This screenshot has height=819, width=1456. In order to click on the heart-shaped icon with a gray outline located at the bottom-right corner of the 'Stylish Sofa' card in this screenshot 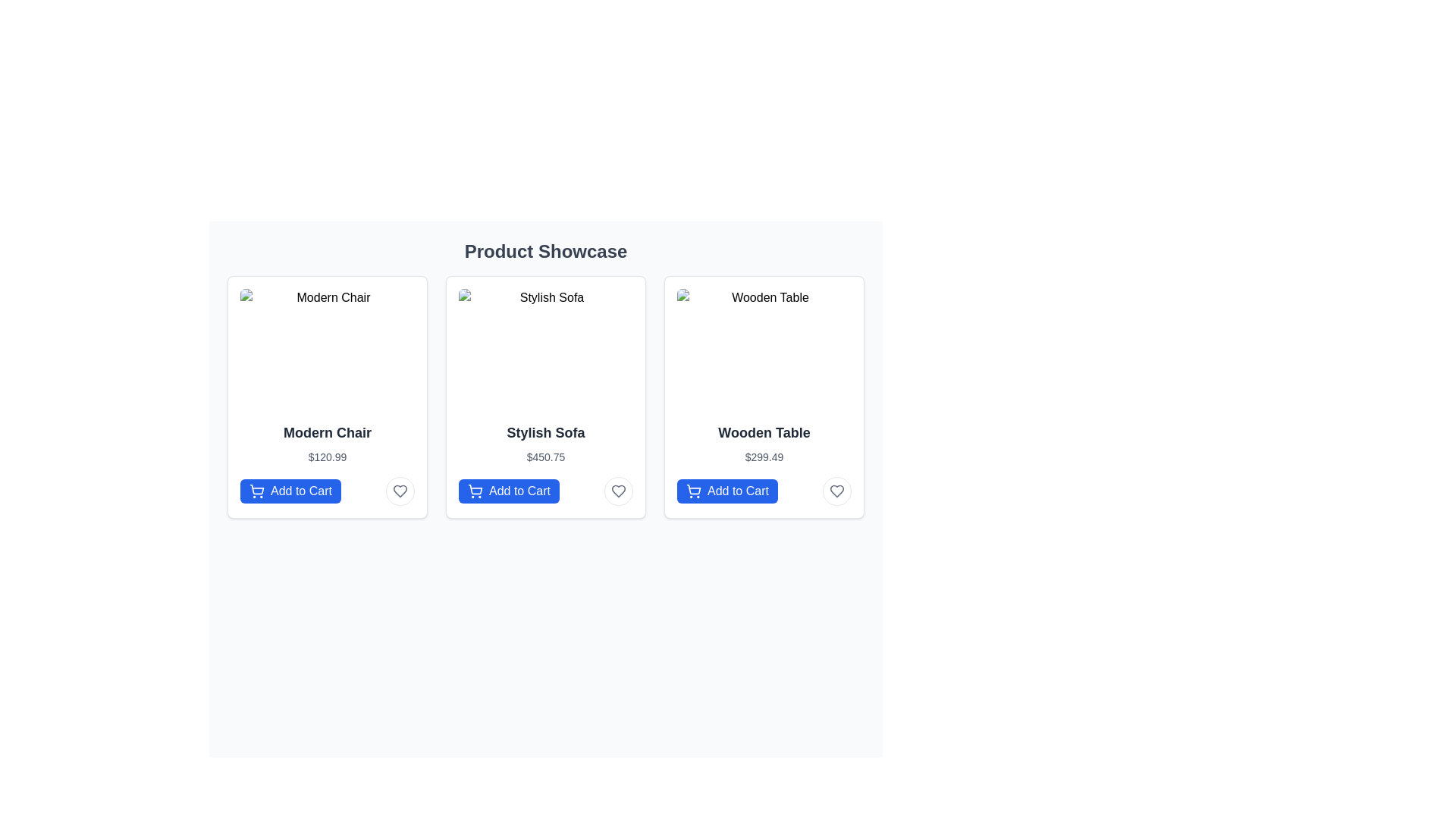, I will do `click(619, 491)`.